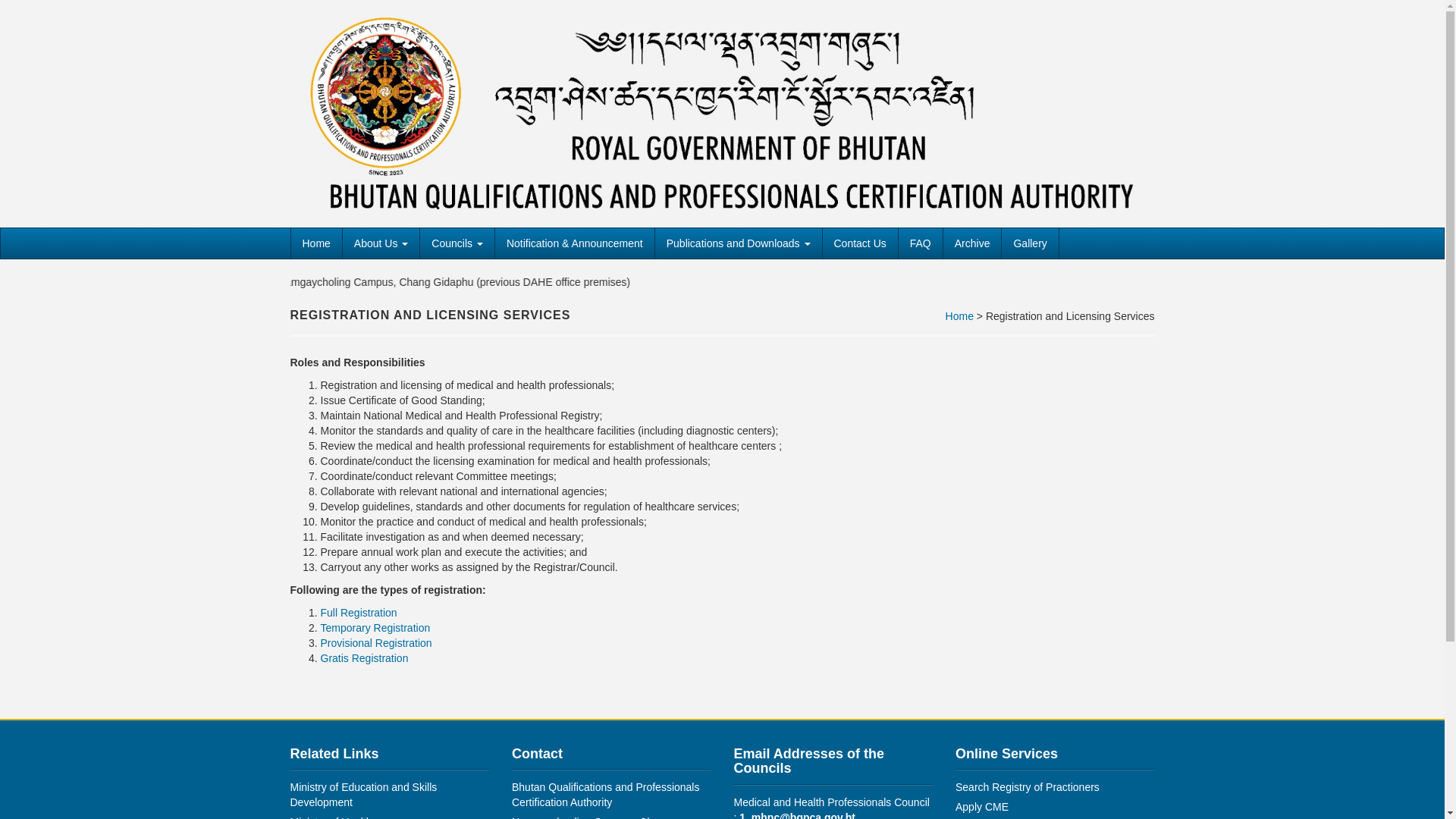 Image resolution: width=1456 pixels, height=819 pixels. Describe the element at coordinates (364, 657) in the screenshot. I see `'Gratis Registration'` at that location.